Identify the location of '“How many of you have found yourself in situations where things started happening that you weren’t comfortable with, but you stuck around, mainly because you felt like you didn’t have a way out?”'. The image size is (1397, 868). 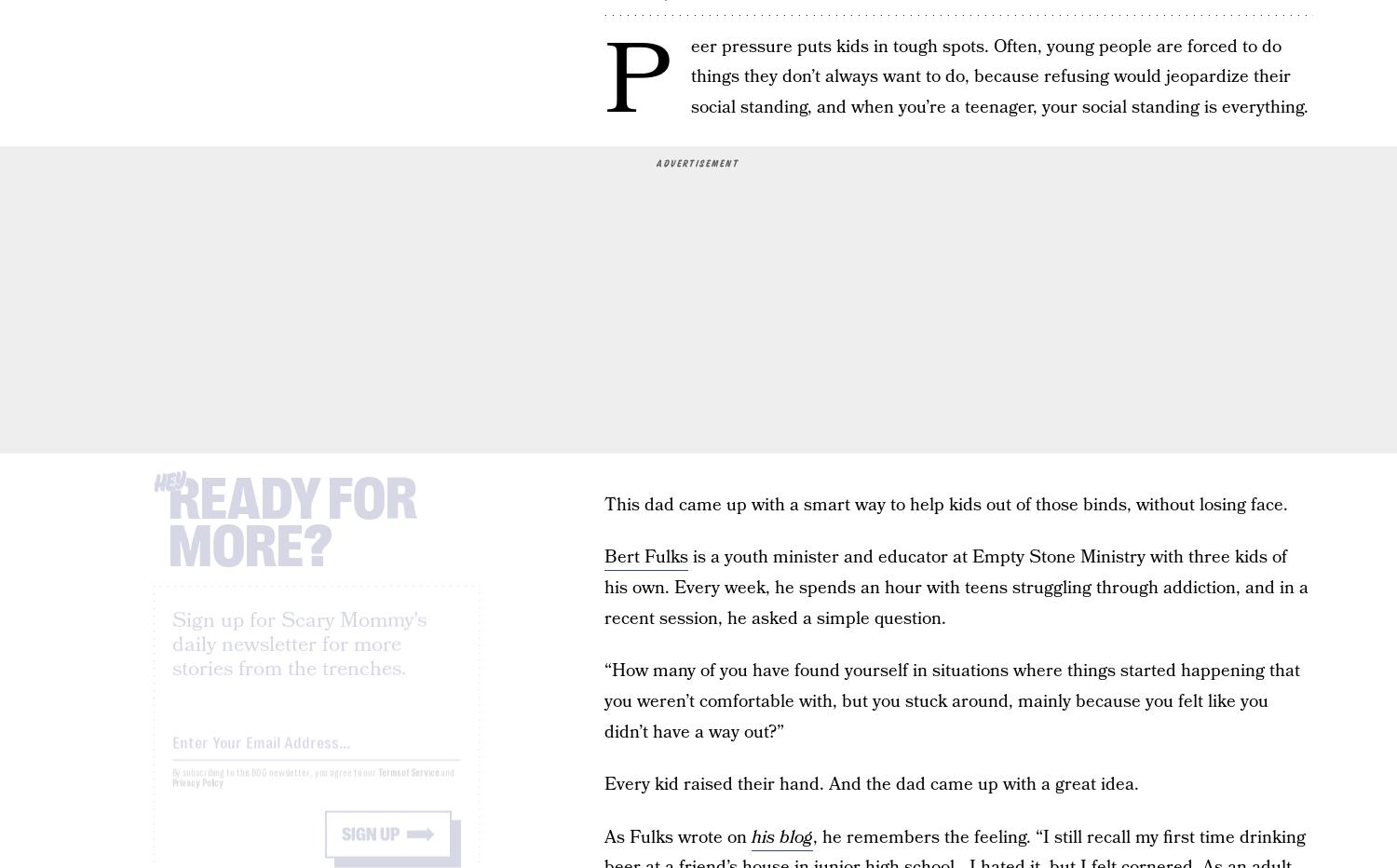
(952, 699).